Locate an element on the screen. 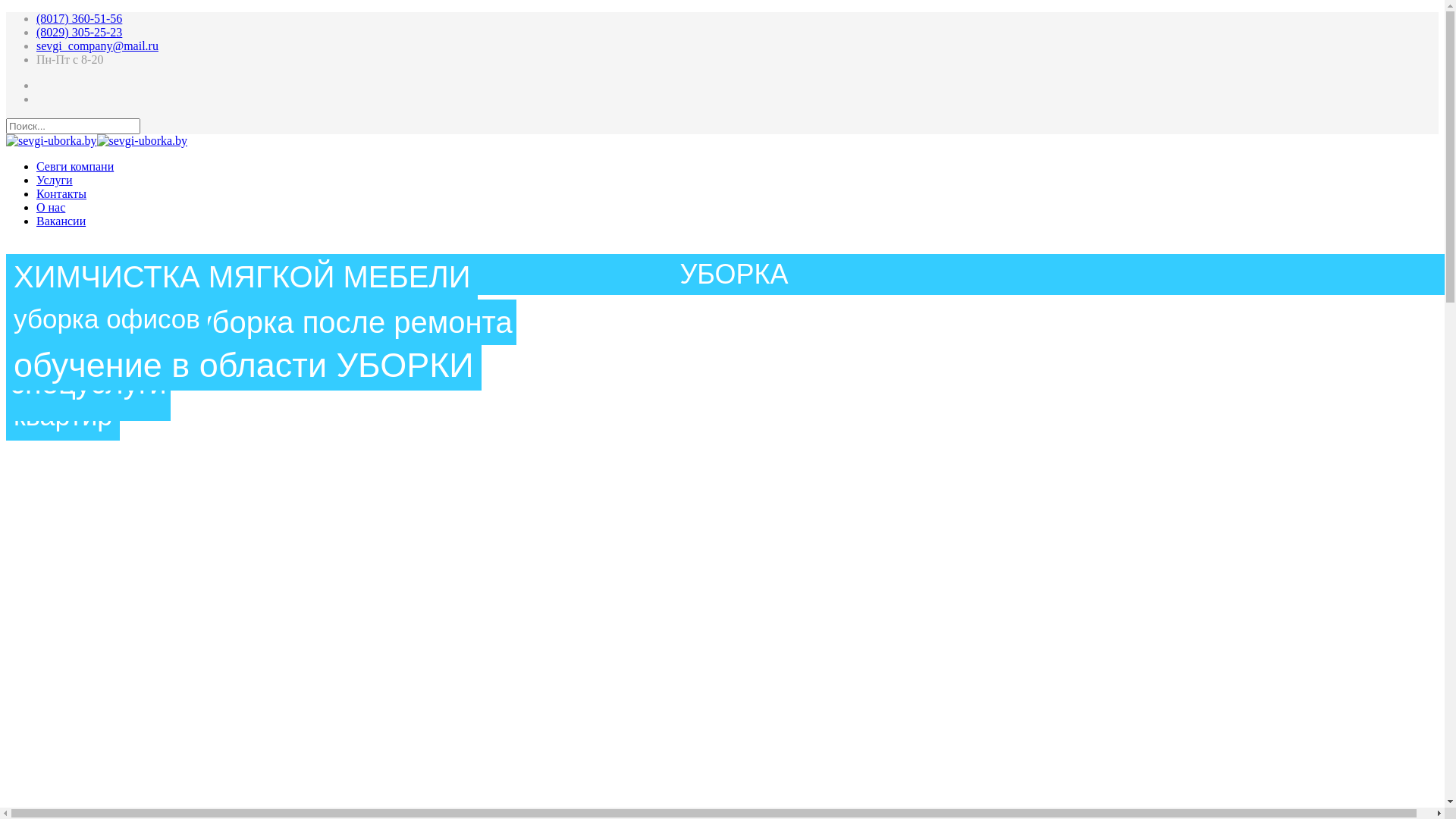 The height and width of the screenshot is (819, 1456). '(8029) 305-25-23' is located at coordinates (78, 32).